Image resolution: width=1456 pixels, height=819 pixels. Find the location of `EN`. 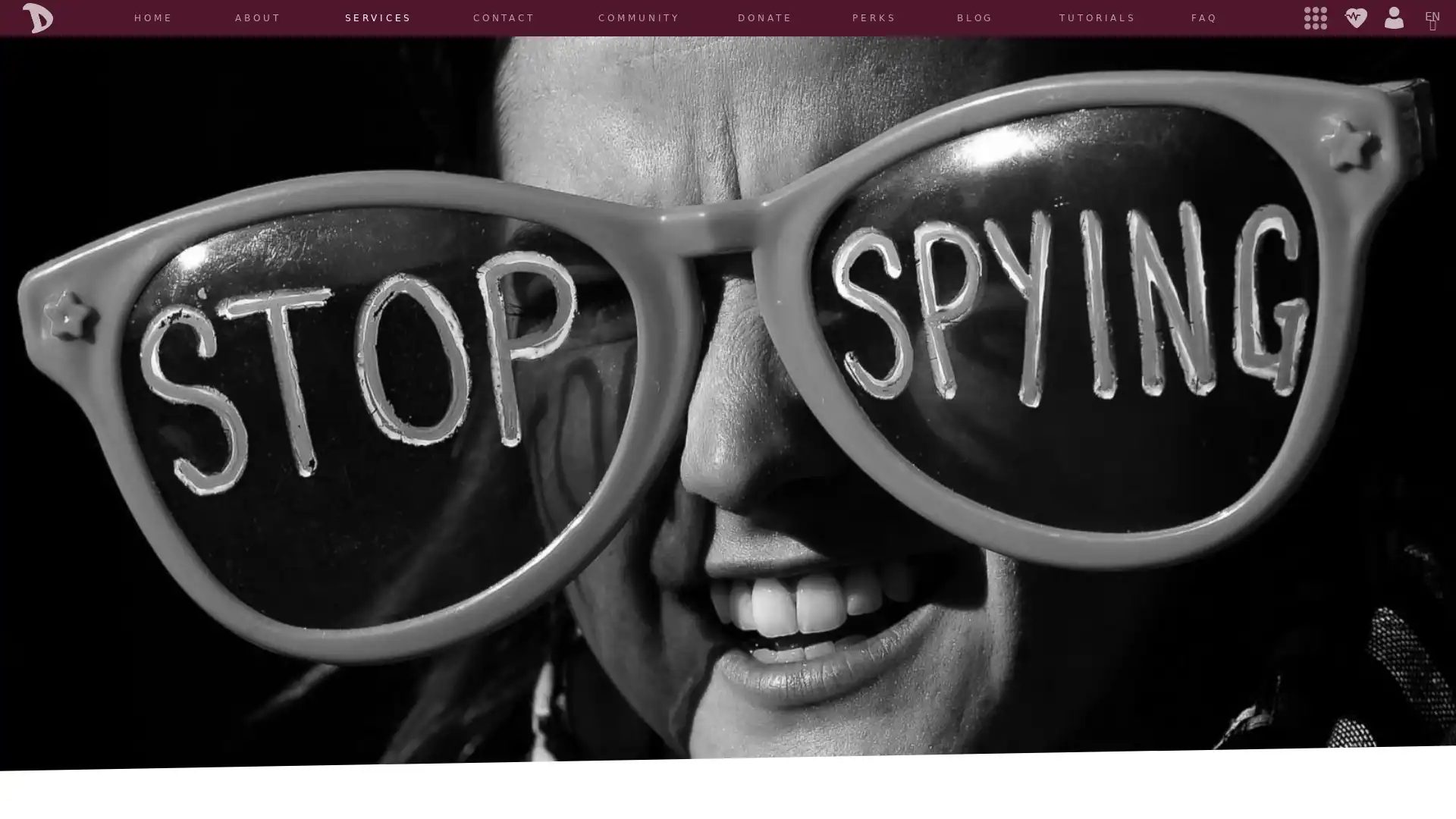

EN is located at coordinates (1432, 16).